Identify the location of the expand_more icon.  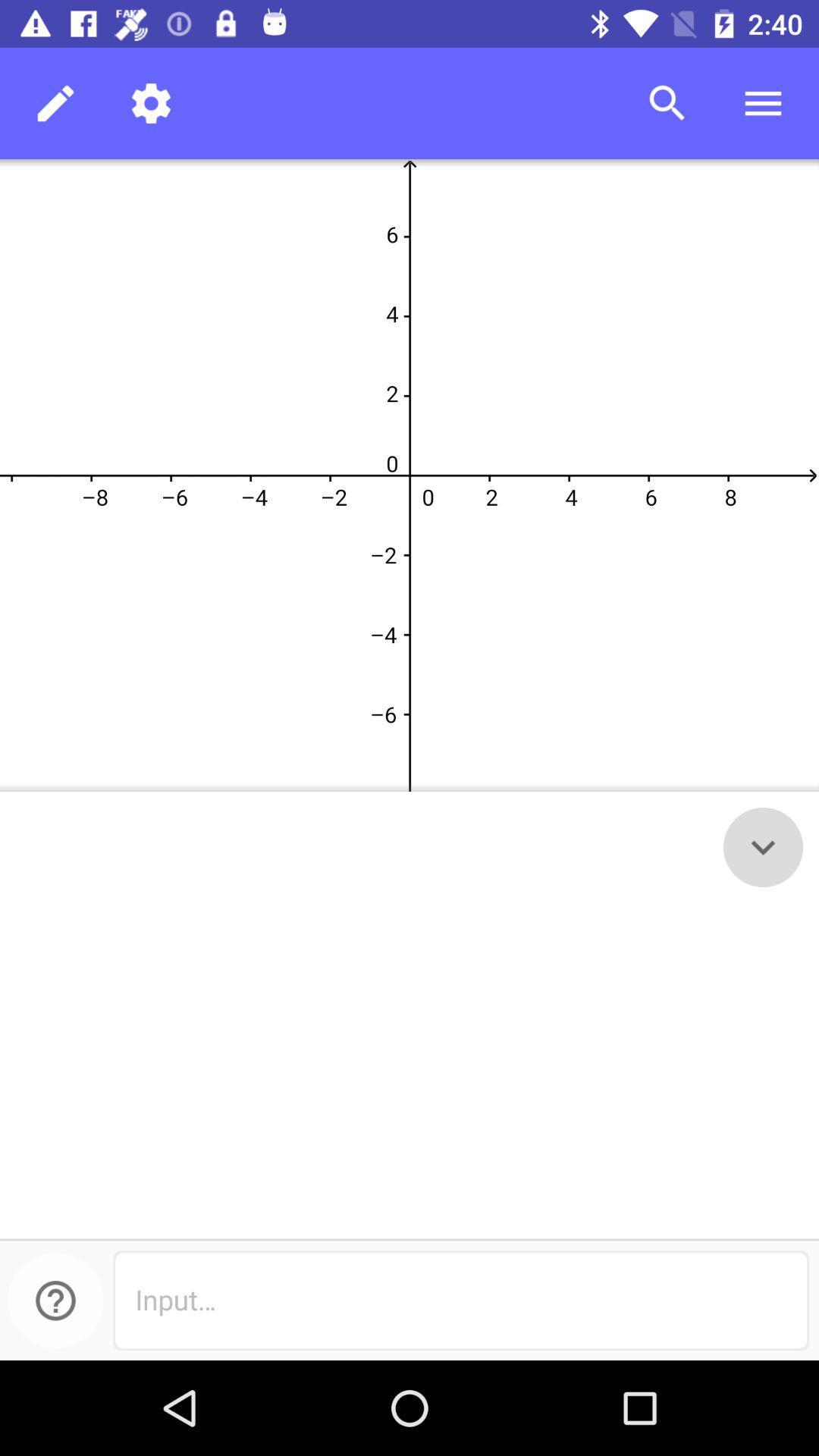
(763, 846).